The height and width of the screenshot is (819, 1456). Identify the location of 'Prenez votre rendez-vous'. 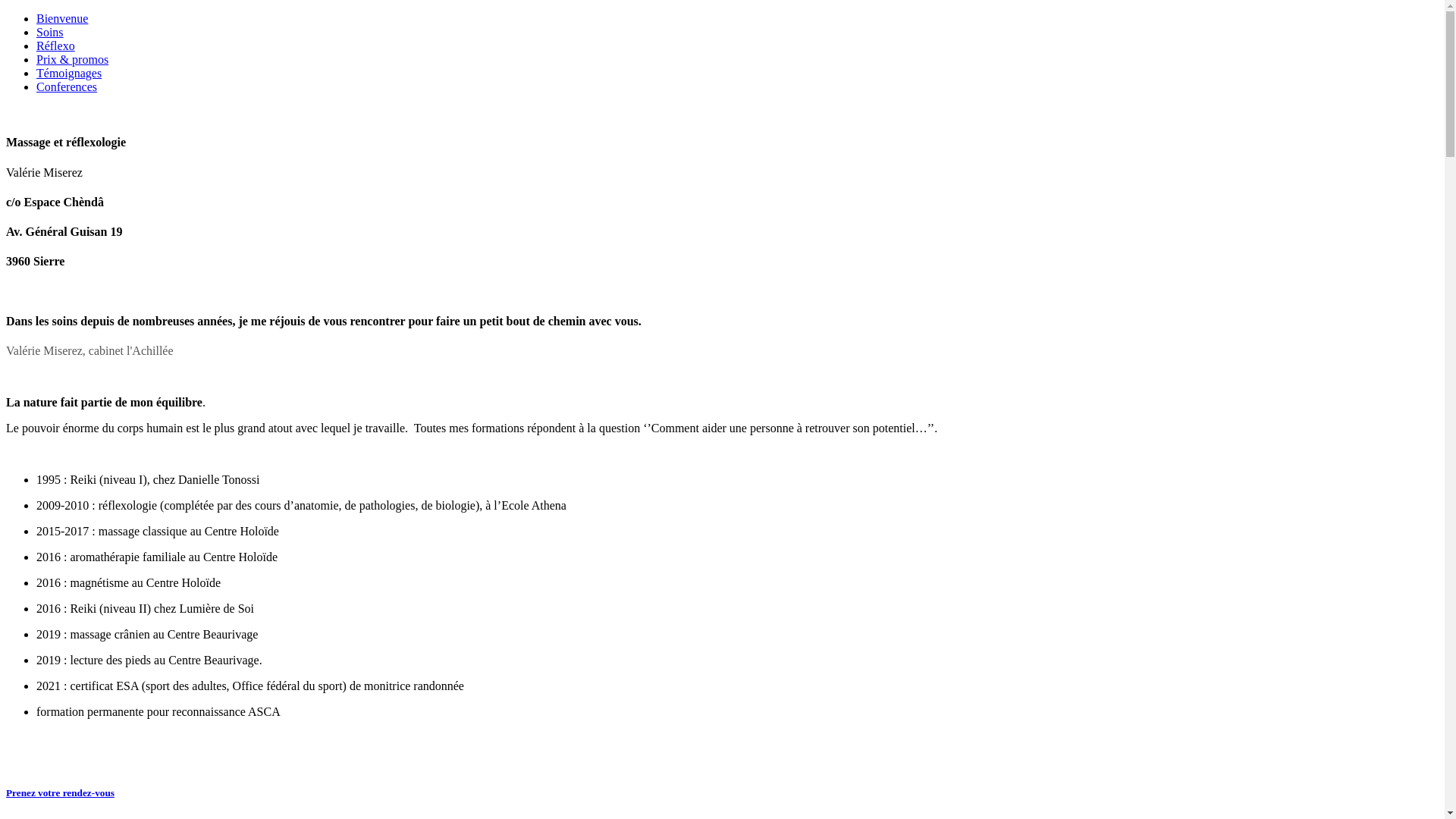
(60, 792).